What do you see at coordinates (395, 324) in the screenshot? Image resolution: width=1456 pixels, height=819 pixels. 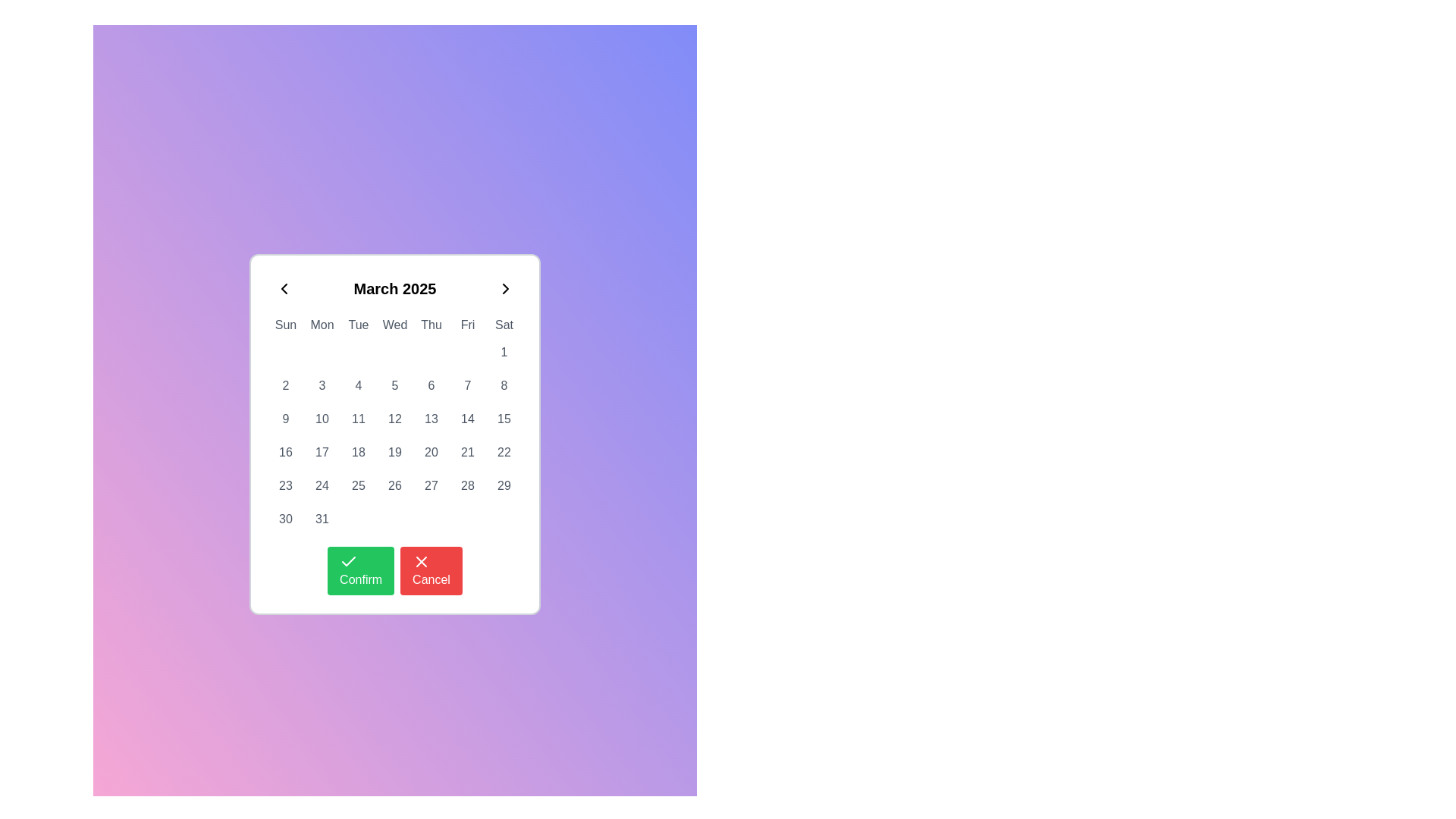 I see `the Text label indicating 'Wednesday' in the calendar week, which is the fourth item in the weekday header row` at bounding box center [395, 324].